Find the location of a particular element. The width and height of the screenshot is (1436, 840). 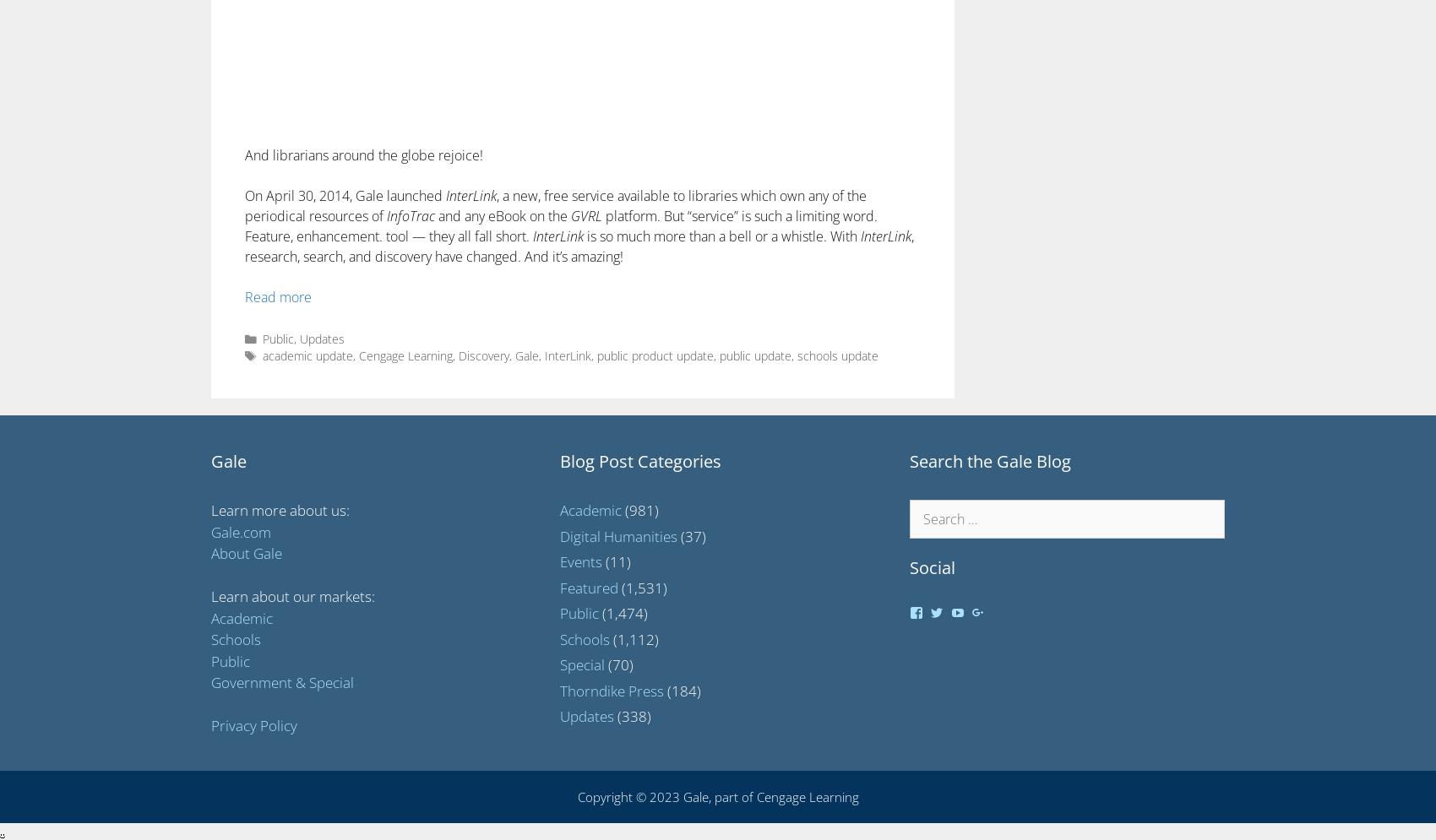

'(338)' is located at coordinates (632, 716).